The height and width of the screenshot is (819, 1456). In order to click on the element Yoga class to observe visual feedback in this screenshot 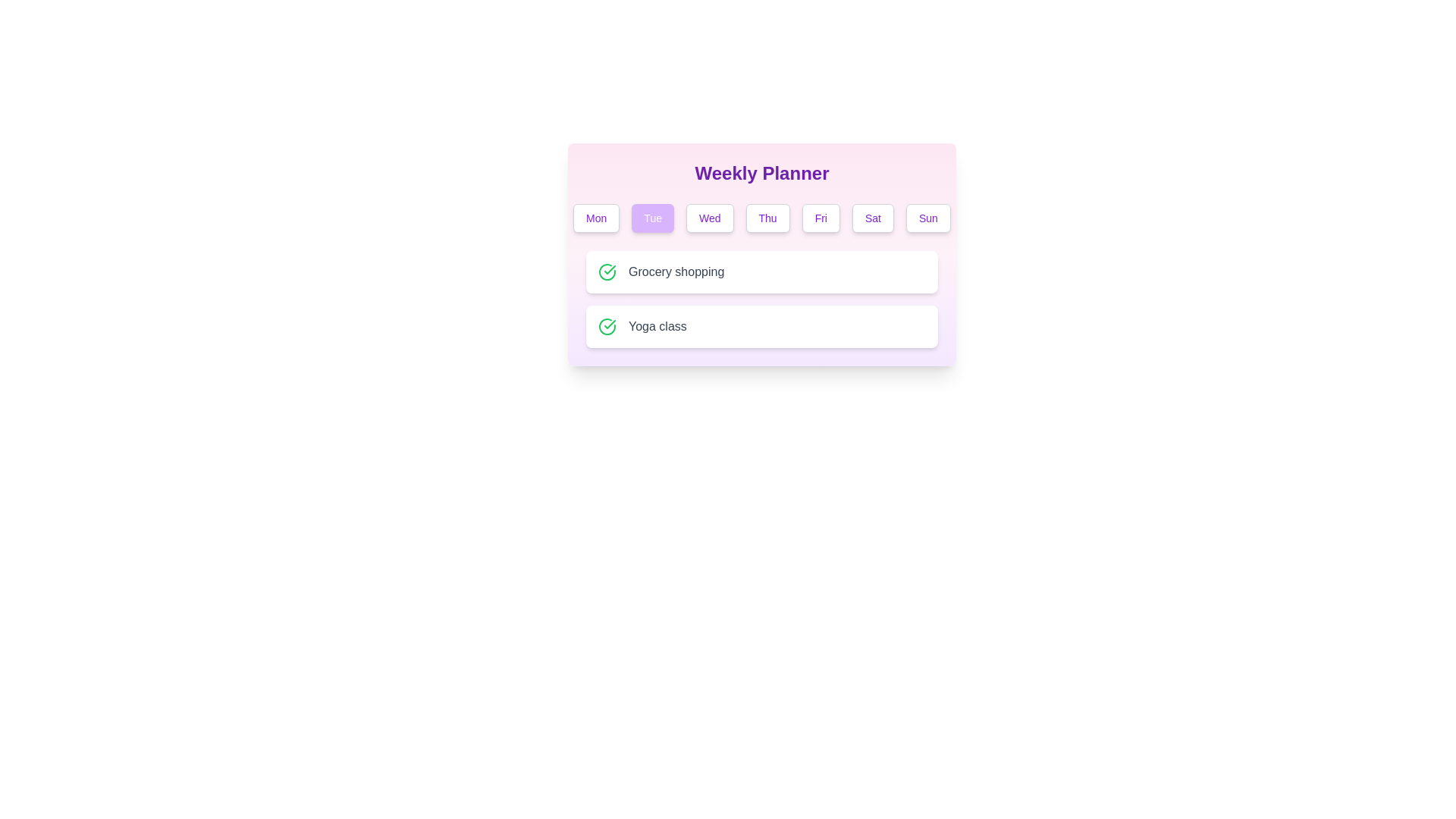, I will do `click(761, 326)`.